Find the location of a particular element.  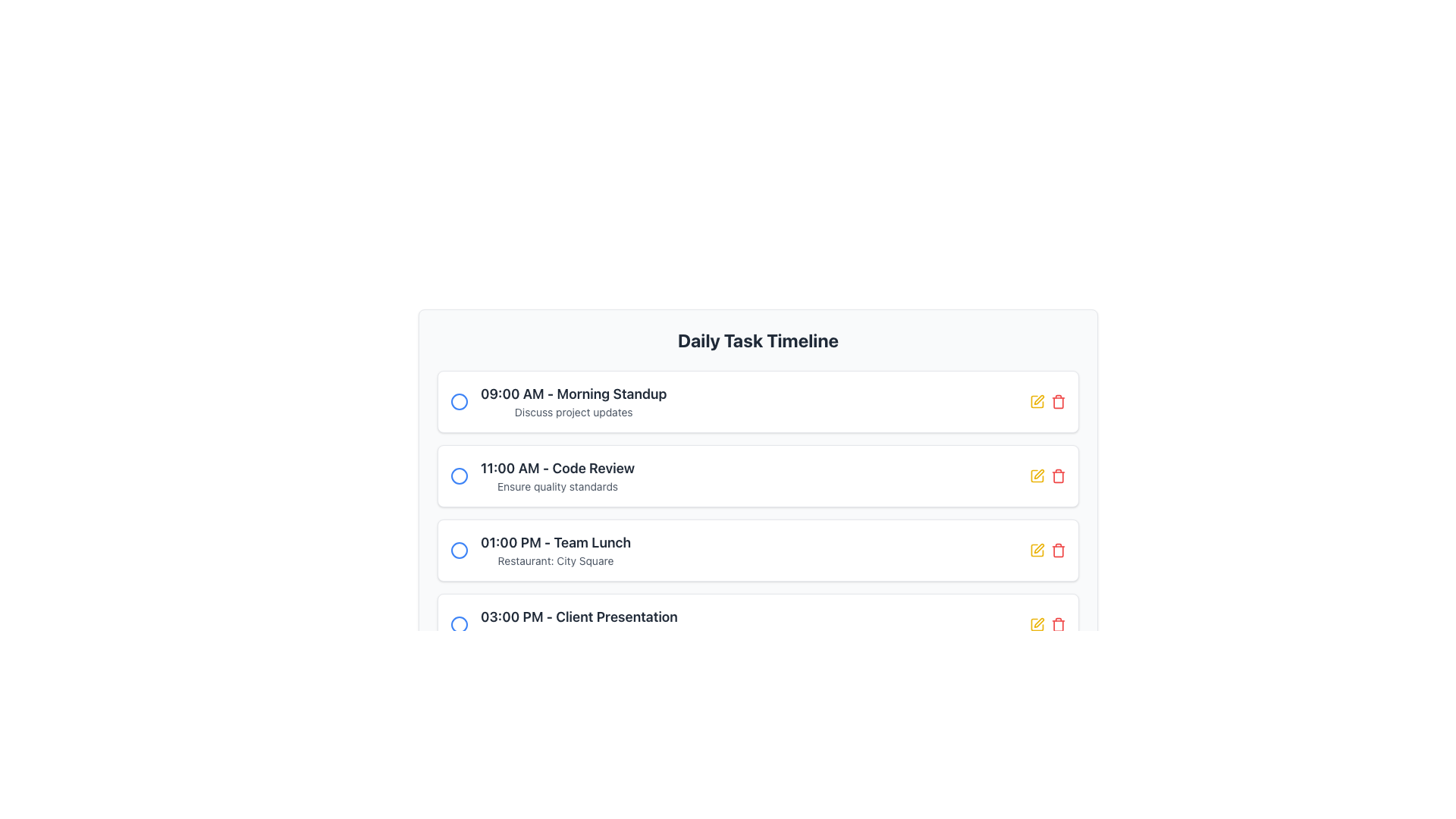

the delete button located to the immediate right of the yellow pencil icon in the task timeline is located at coordinates (1058, 475).